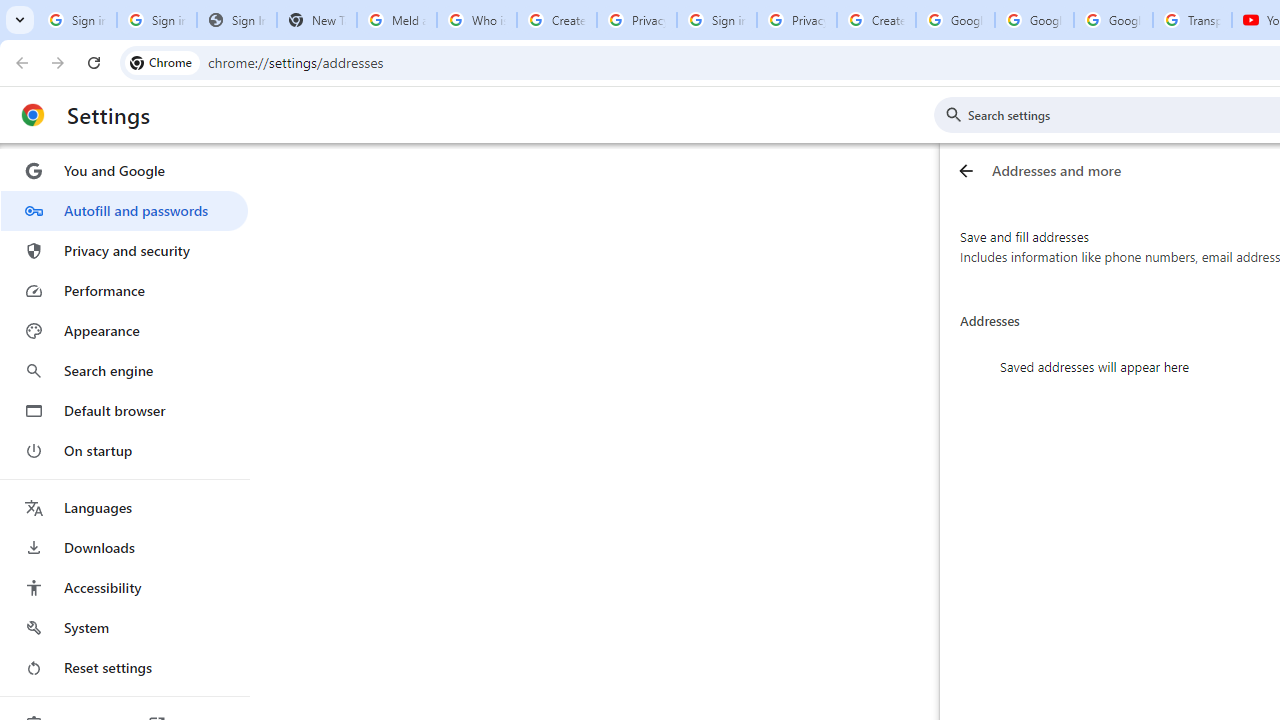 Image resolution: width=1280 pixels, height=720 pixels. What do you see at coordinates (123, 547) in the screenshot?
I see `'Downloads'` at bounding box center [123, 547].